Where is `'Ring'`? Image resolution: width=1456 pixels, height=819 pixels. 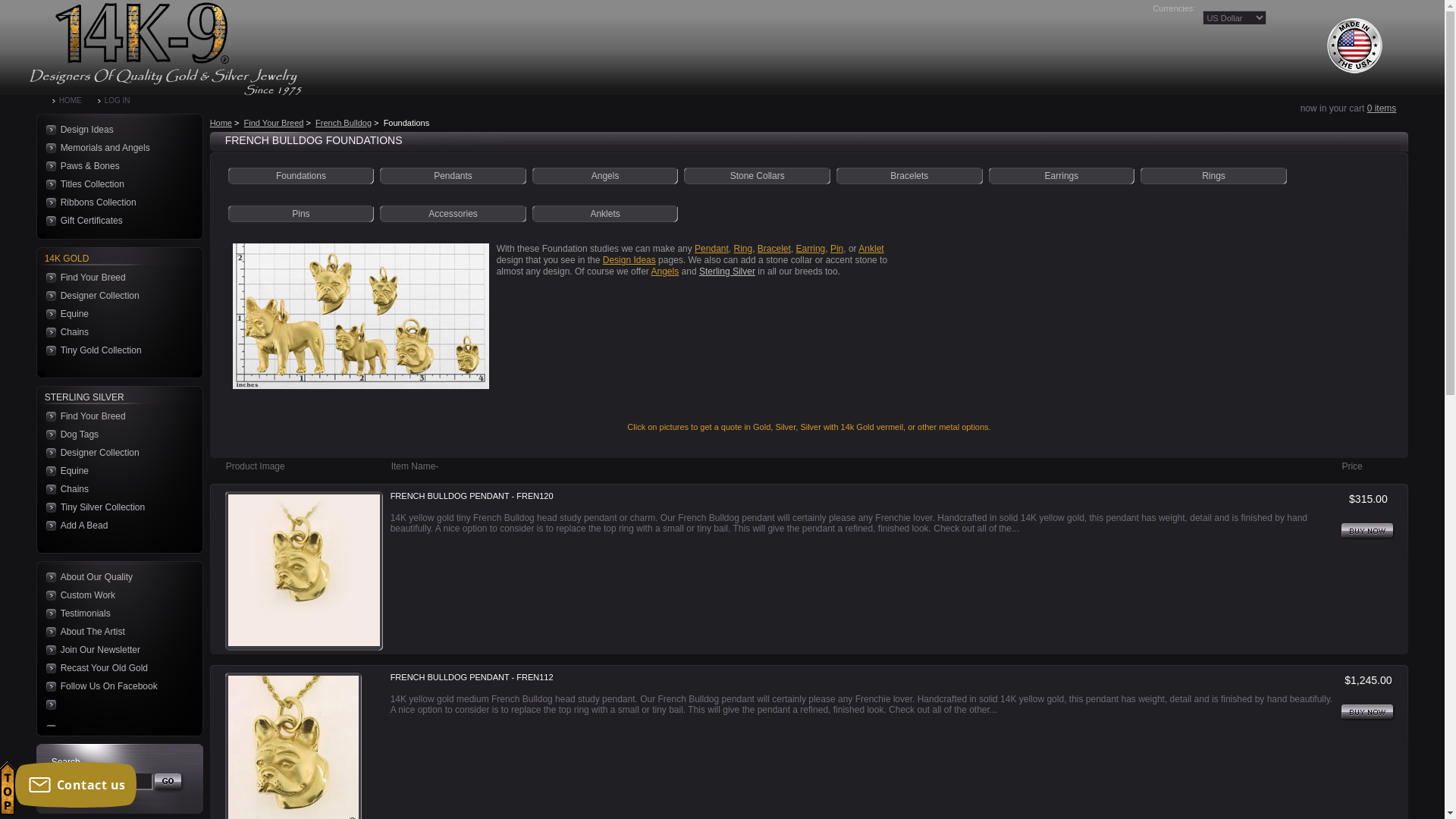
'Ring' is located at coordinates (743, 247).